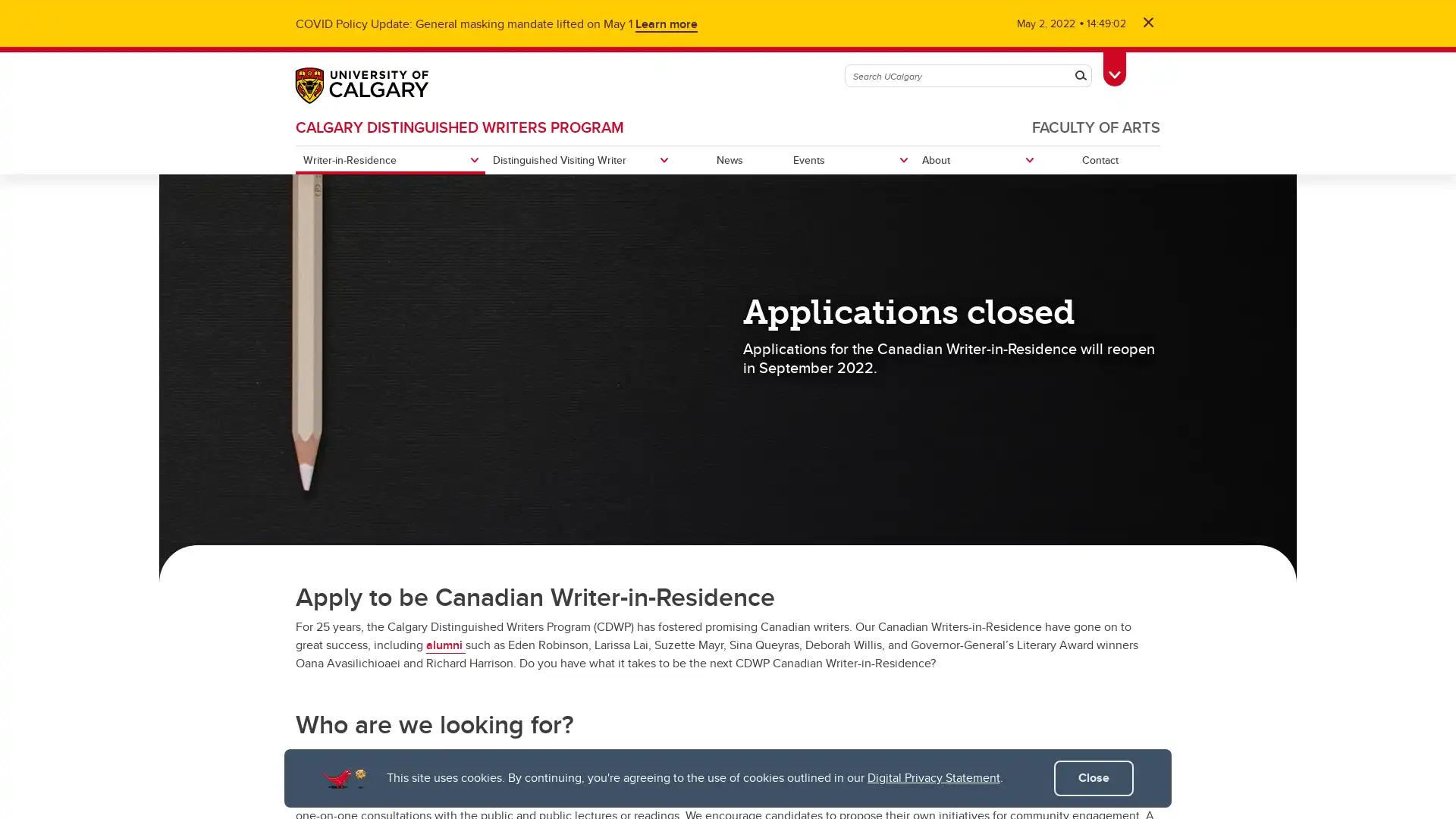 This screenshot has width=1456, height=819. Describe the element at coordinates (1114, 66) in the screenshot. I see `Toggle Toolbox` at that location.